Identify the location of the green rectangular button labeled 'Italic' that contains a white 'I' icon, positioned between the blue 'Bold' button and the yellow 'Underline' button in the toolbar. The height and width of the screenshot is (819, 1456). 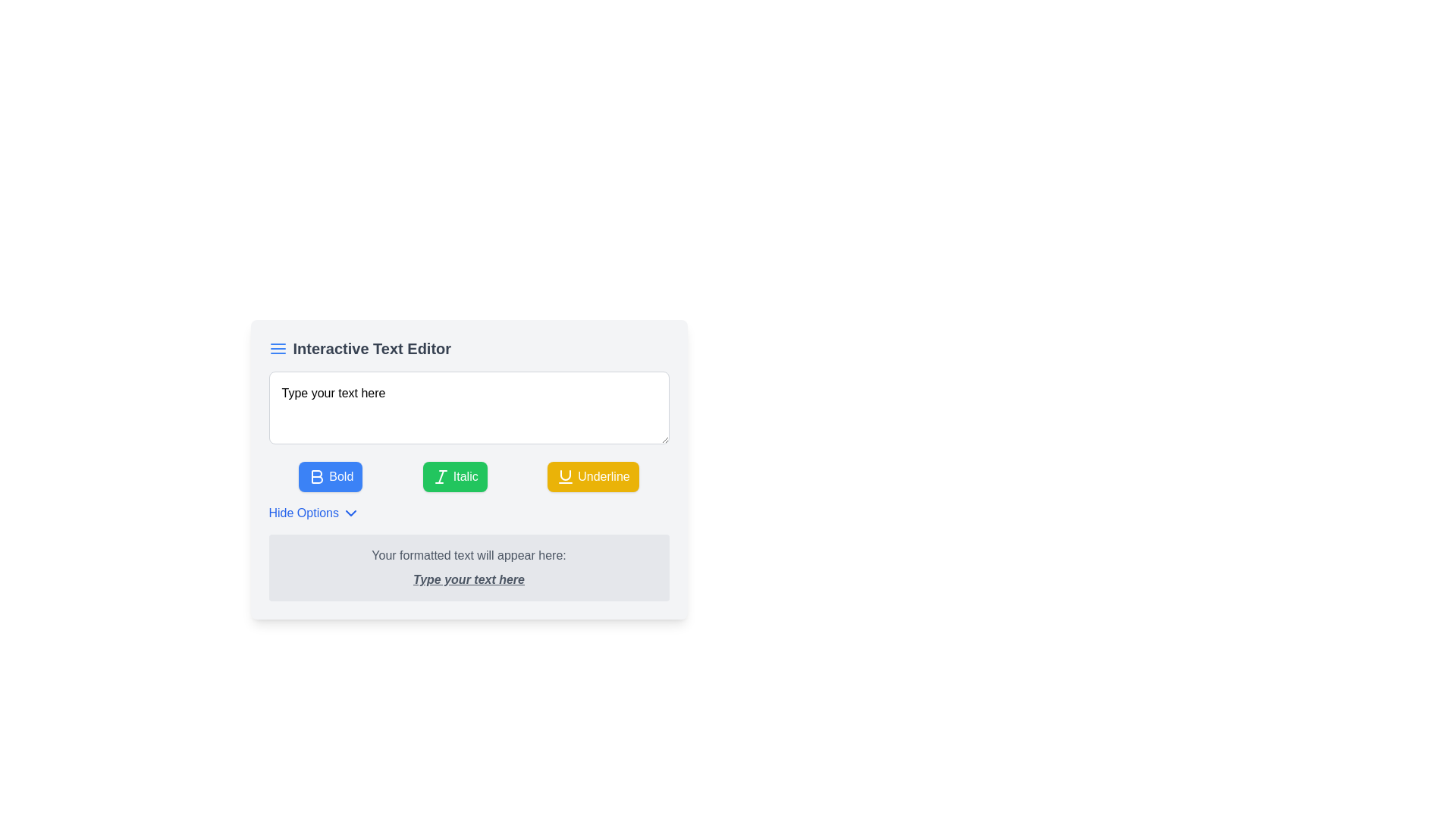
(454, 475).